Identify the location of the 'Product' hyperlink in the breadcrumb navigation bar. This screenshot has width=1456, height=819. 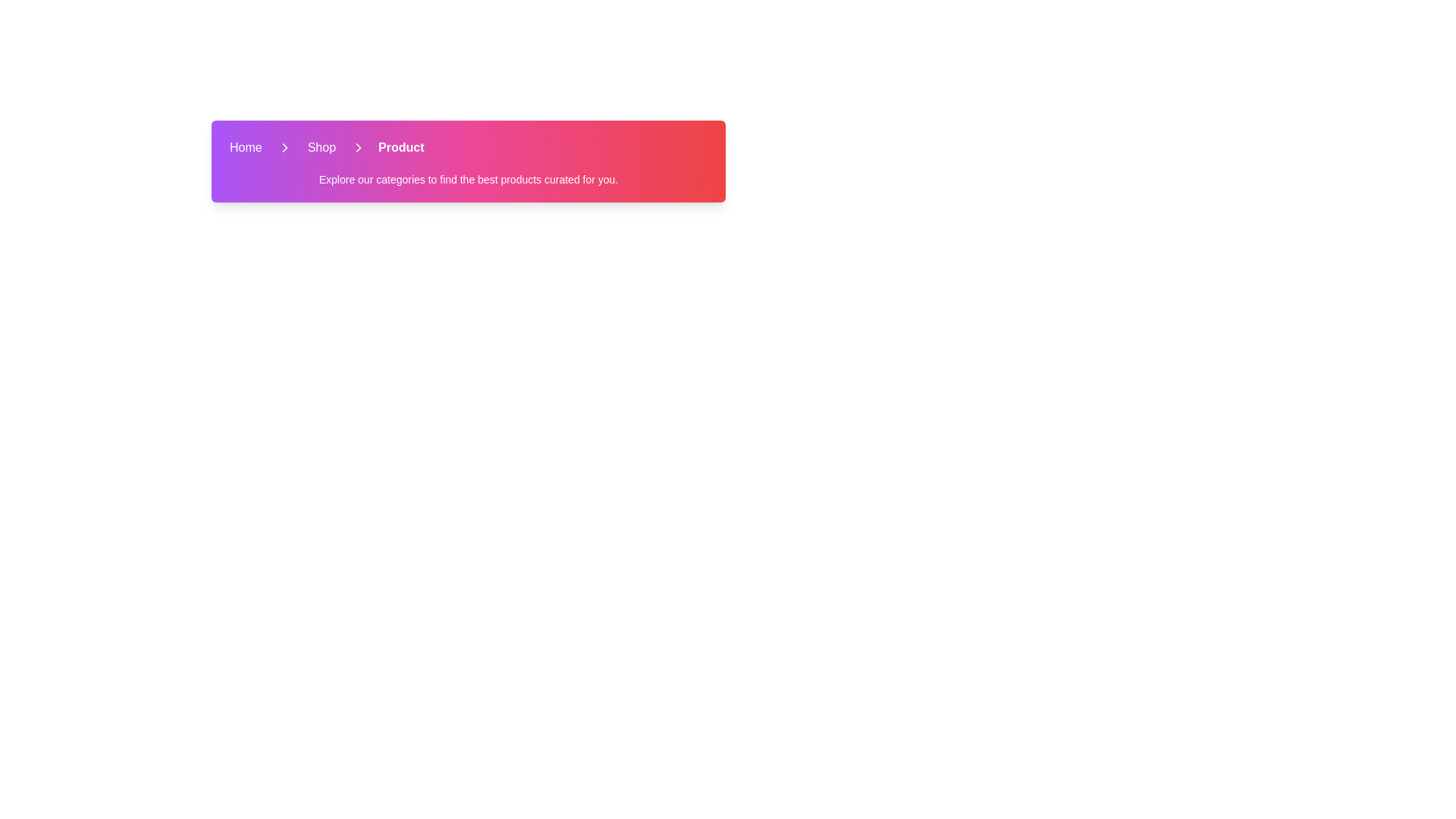
(401, 148).